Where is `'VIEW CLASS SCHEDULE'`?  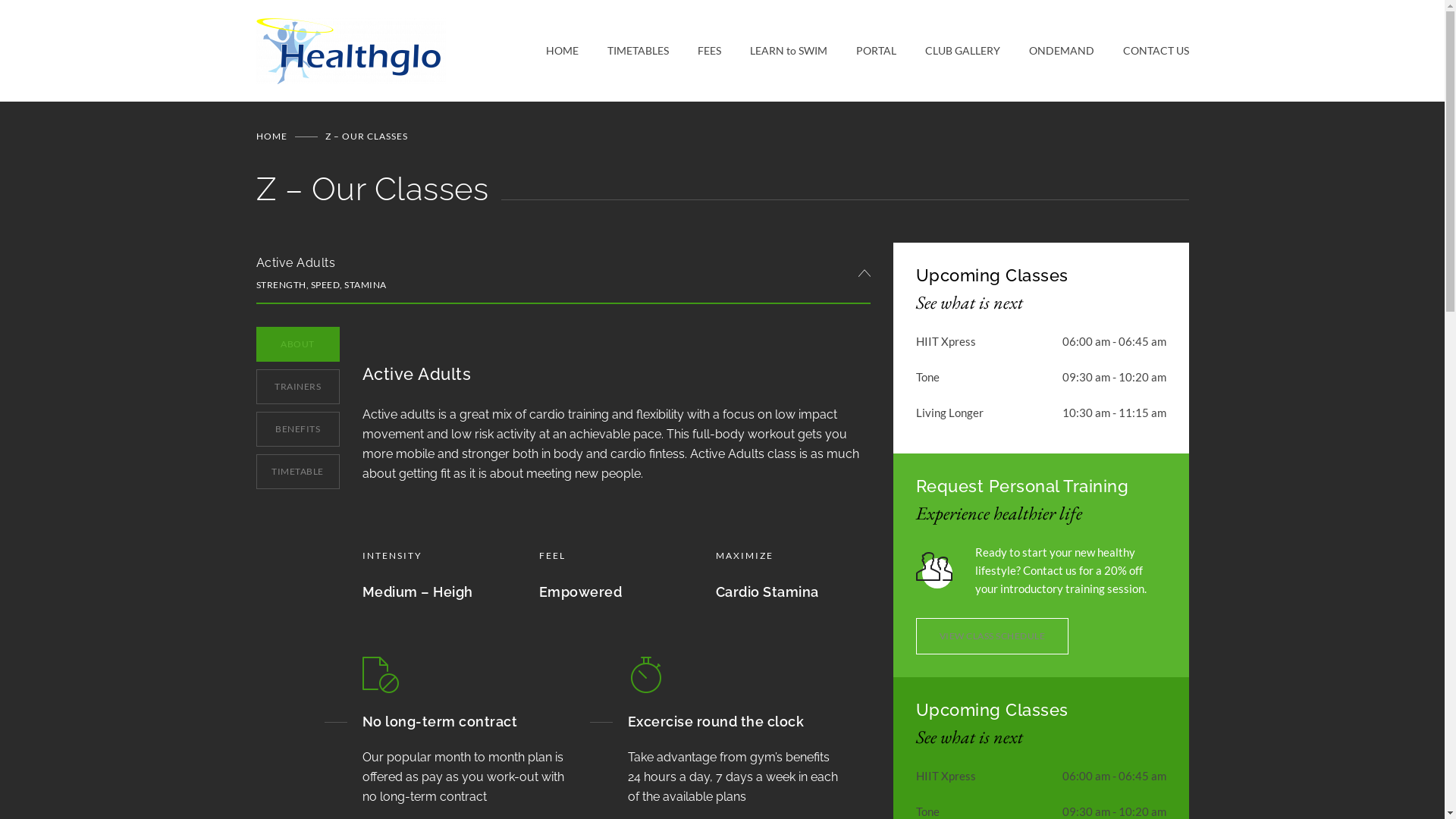 'VIEW CLASS SCHEDULE' is located at coordinates (993, 636).